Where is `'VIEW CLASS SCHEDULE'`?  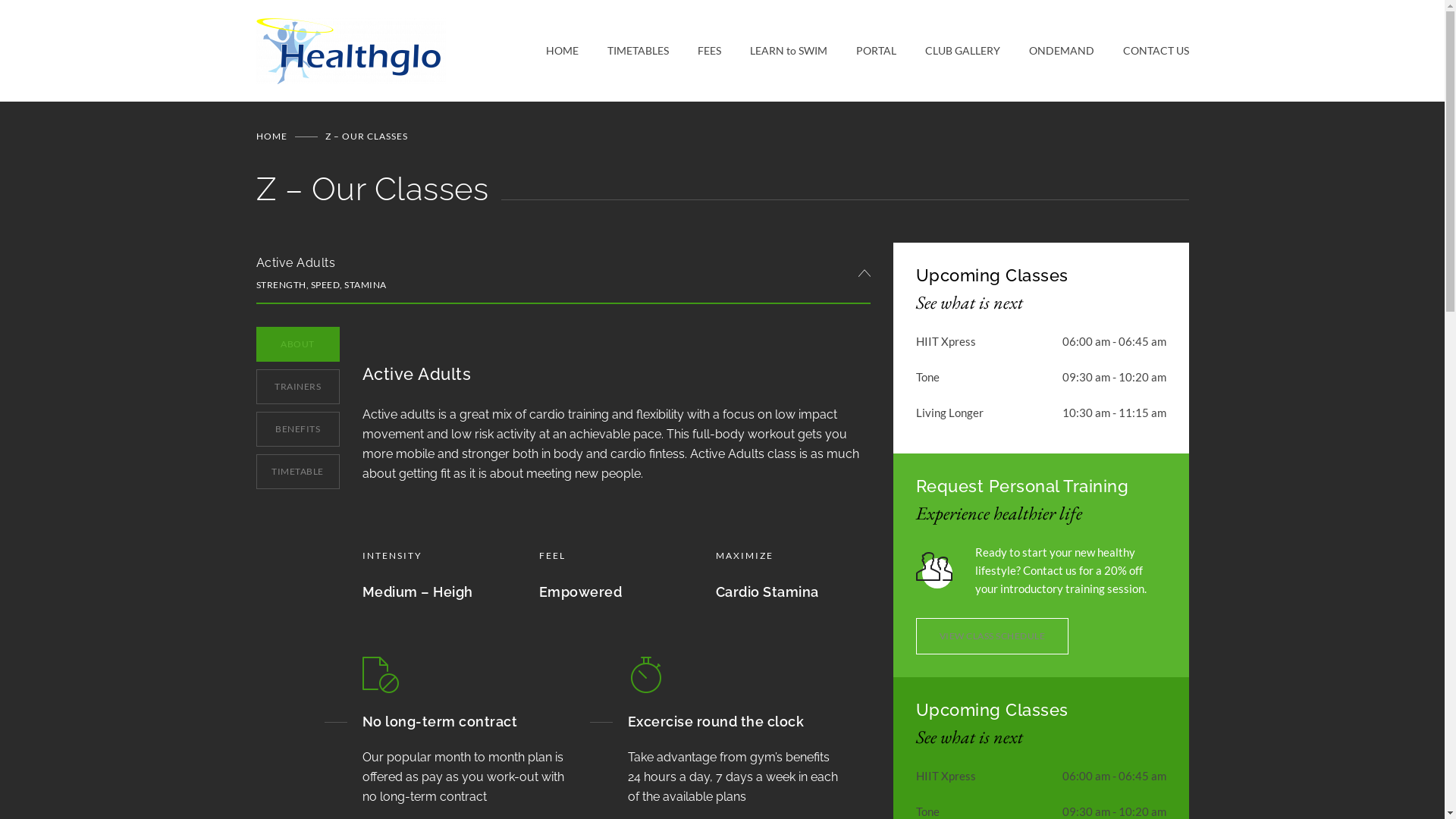 'VIEW CLASS SCHEDULE' is located at coordinates (993, 636).